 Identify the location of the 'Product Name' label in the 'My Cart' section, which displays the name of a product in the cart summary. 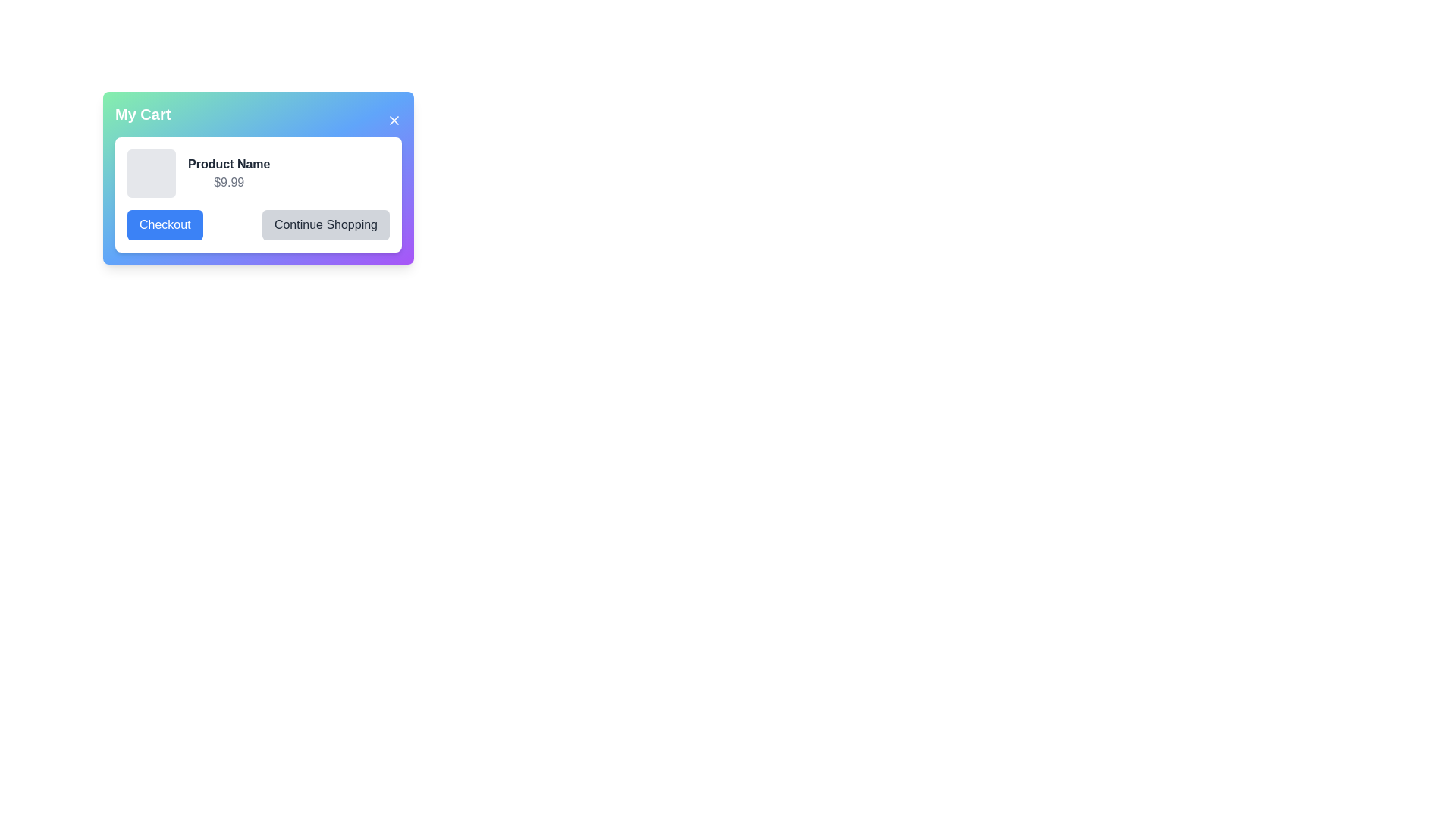
(228, 164).